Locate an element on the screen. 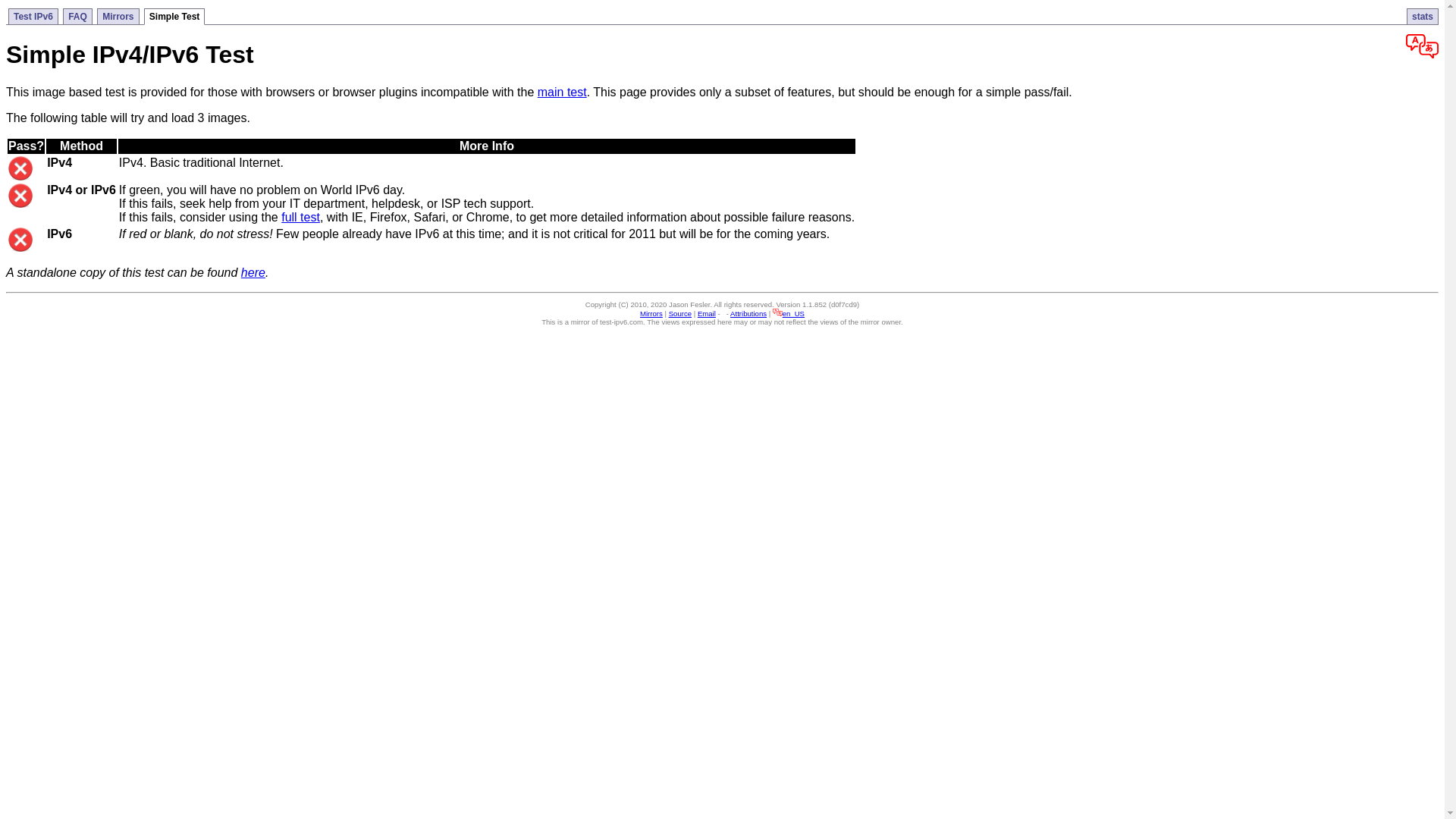  'Email' is located at coordinates (705, 312).